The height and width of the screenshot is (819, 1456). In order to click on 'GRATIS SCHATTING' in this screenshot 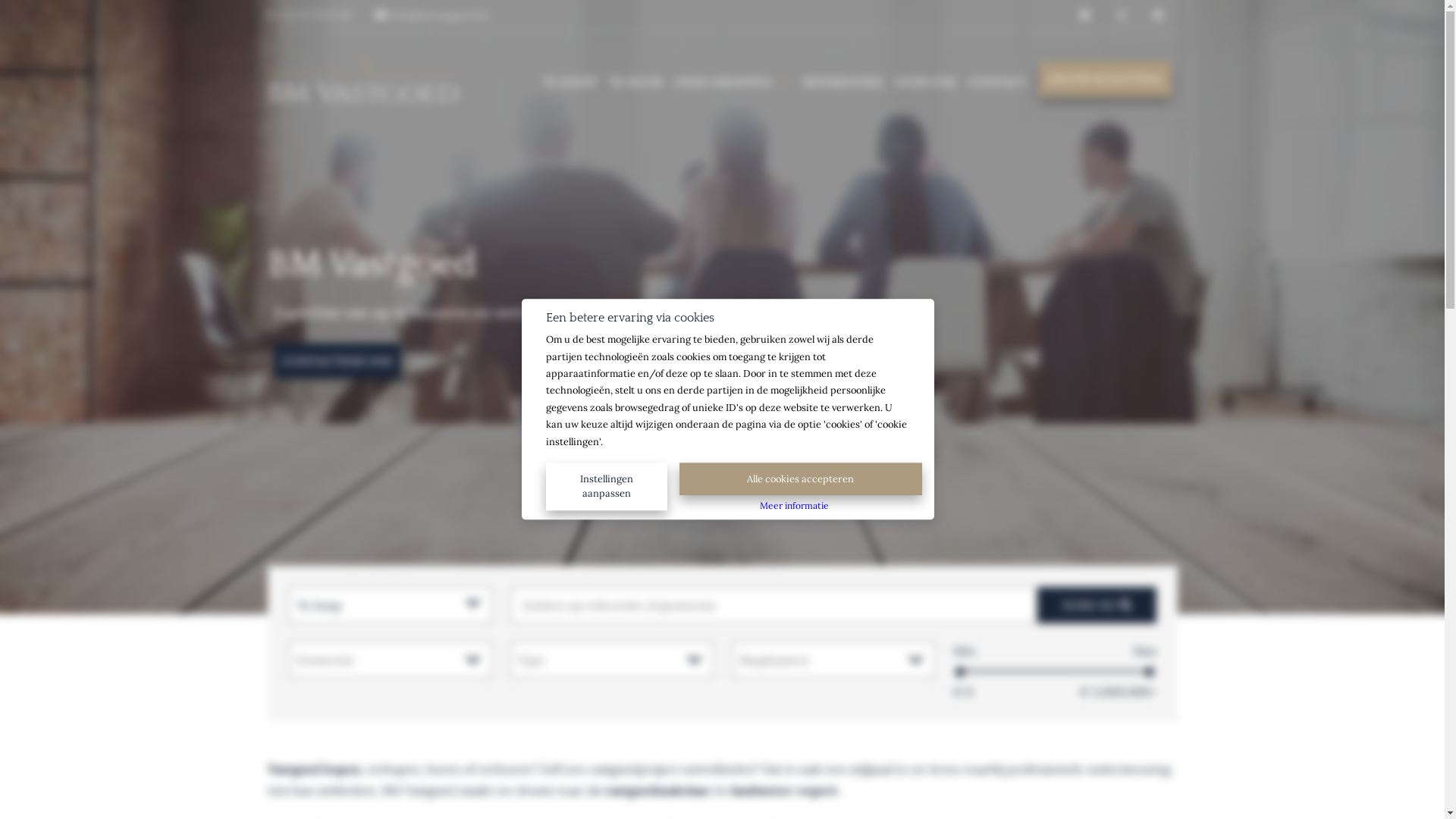, I will do `click(1105, 78)`.